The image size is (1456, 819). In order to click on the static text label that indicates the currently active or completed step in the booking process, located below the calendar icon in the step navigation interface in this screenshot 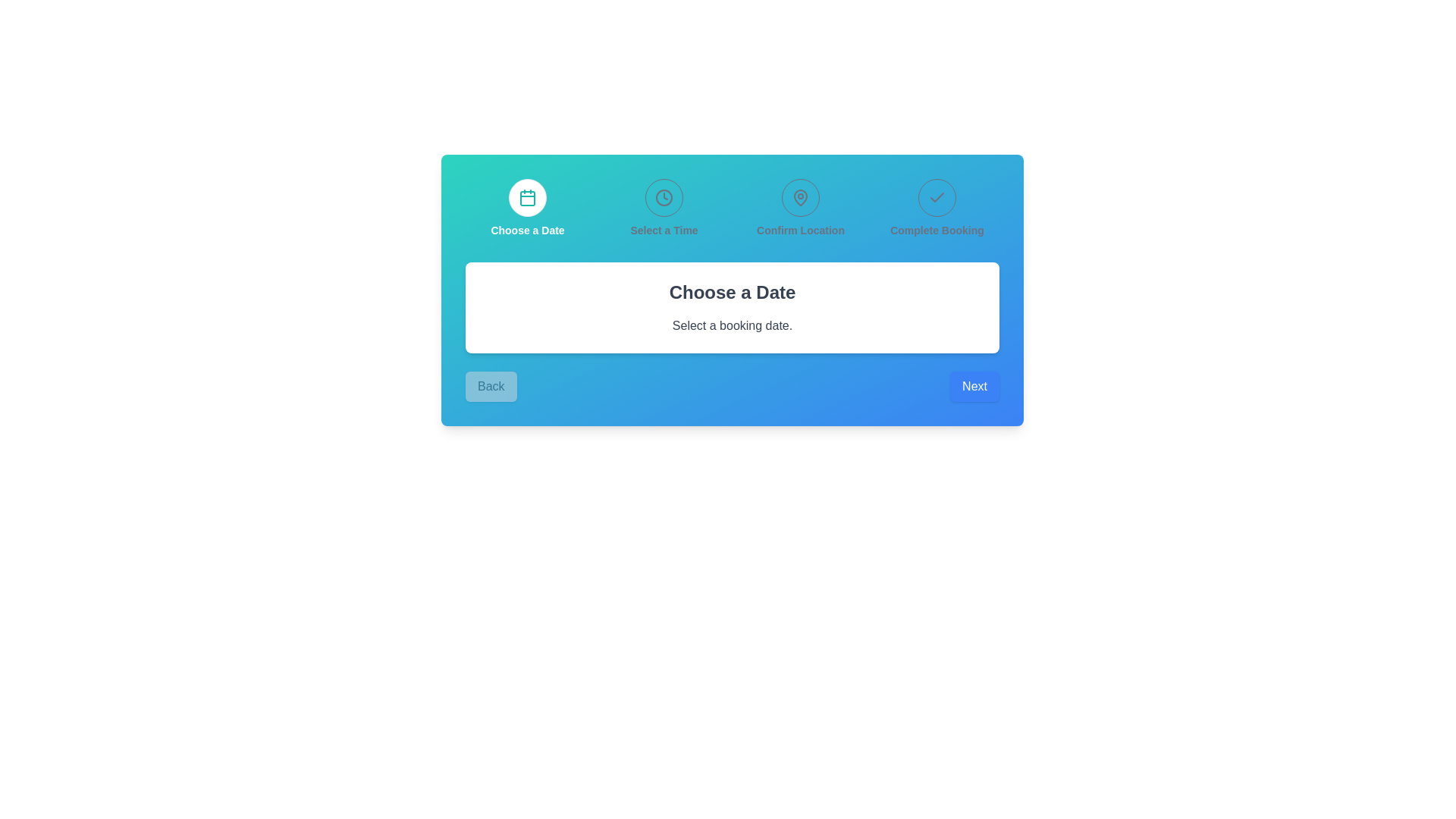, I will do `click(528, 231)`.